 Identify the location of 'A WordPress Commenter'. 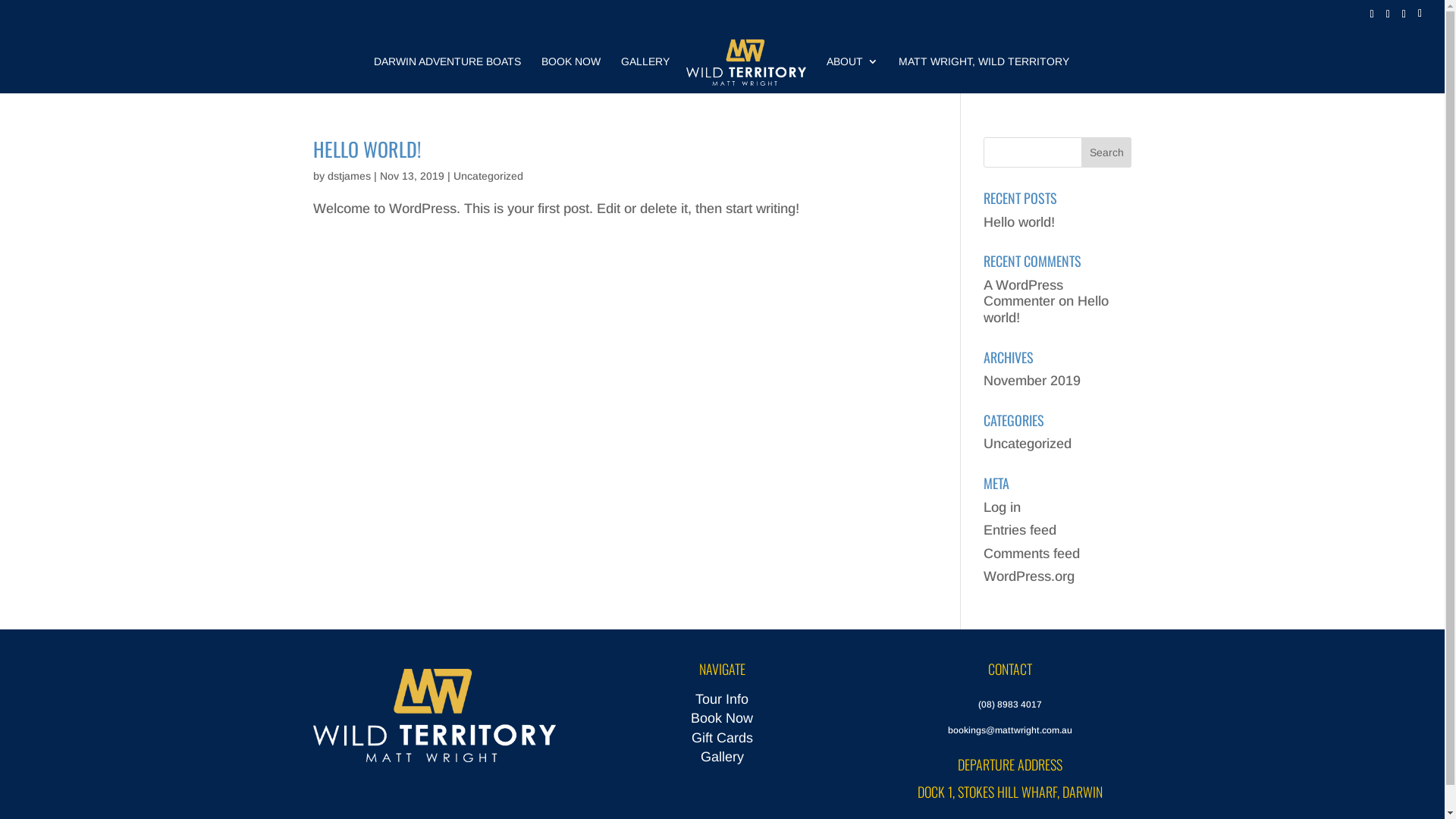
(1023, 293).